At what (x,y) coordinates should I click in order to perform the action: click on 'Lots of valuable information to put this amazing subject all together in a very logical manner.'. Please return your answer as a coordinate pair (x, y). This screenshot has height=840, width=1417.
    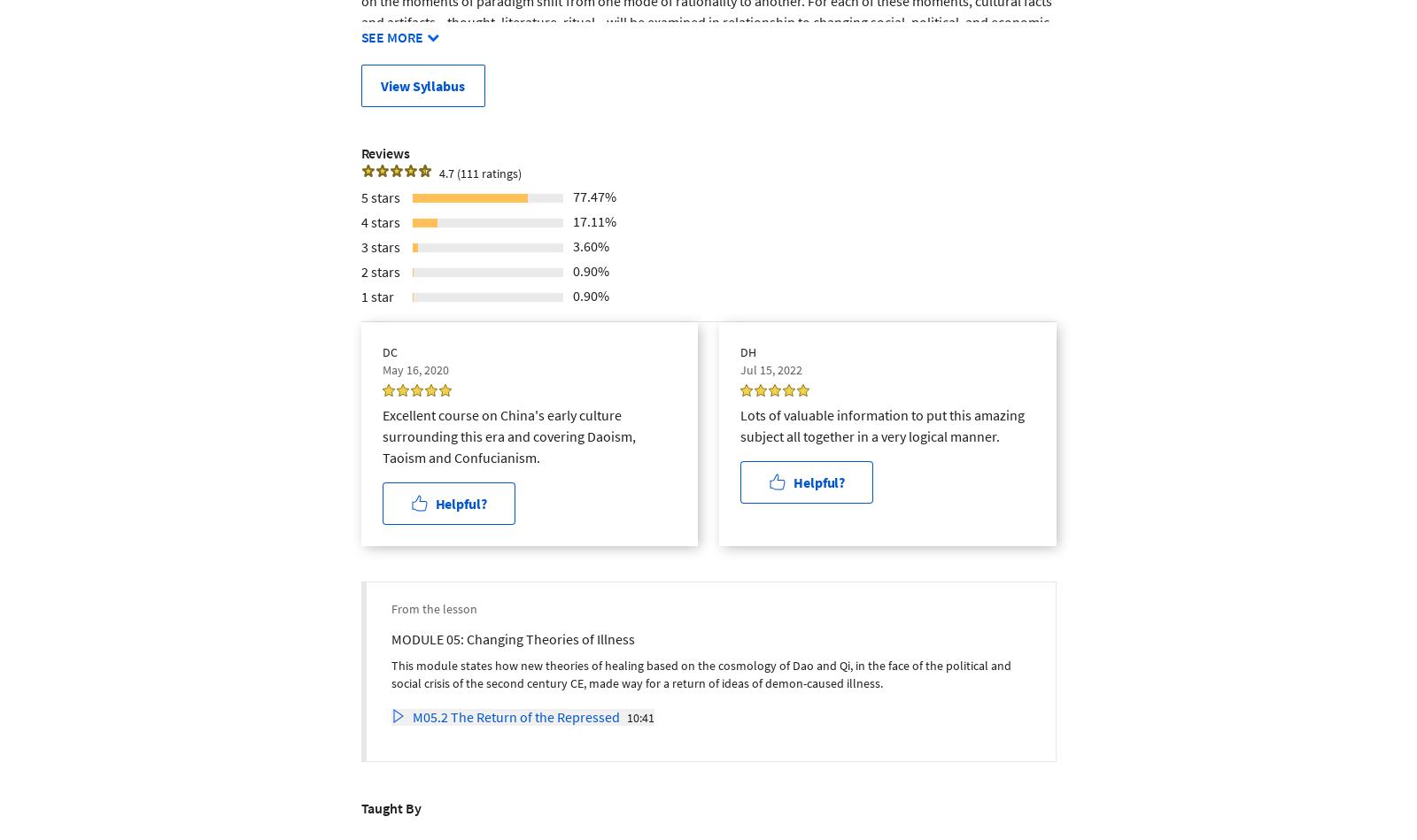
    Looking at the image, I should click on (881, 424).